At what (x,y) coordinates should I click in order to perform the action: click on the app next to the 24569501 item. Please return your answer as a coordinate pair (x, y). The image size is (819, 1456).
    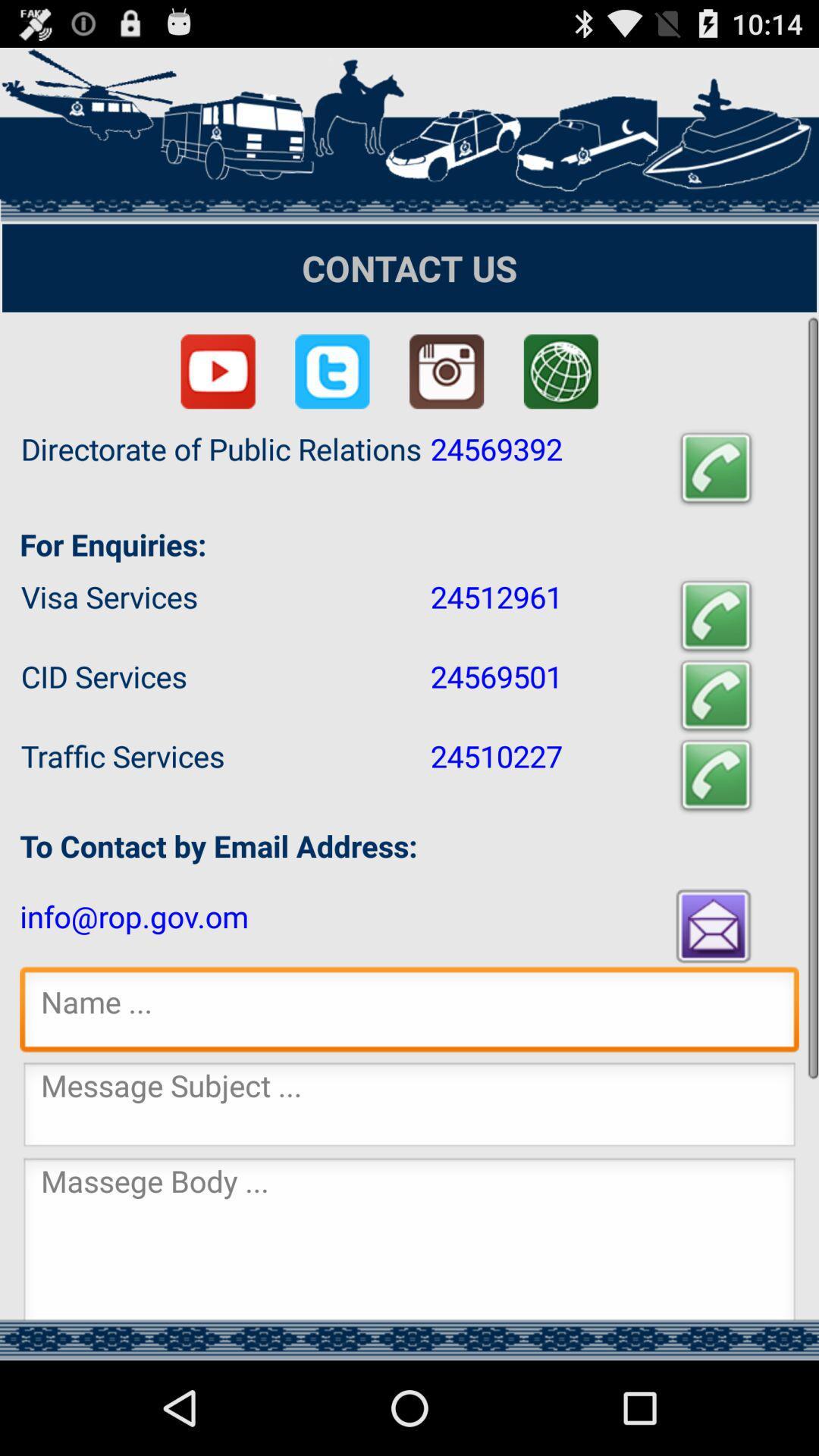
    Looking at the image, I should click on (716, 695).